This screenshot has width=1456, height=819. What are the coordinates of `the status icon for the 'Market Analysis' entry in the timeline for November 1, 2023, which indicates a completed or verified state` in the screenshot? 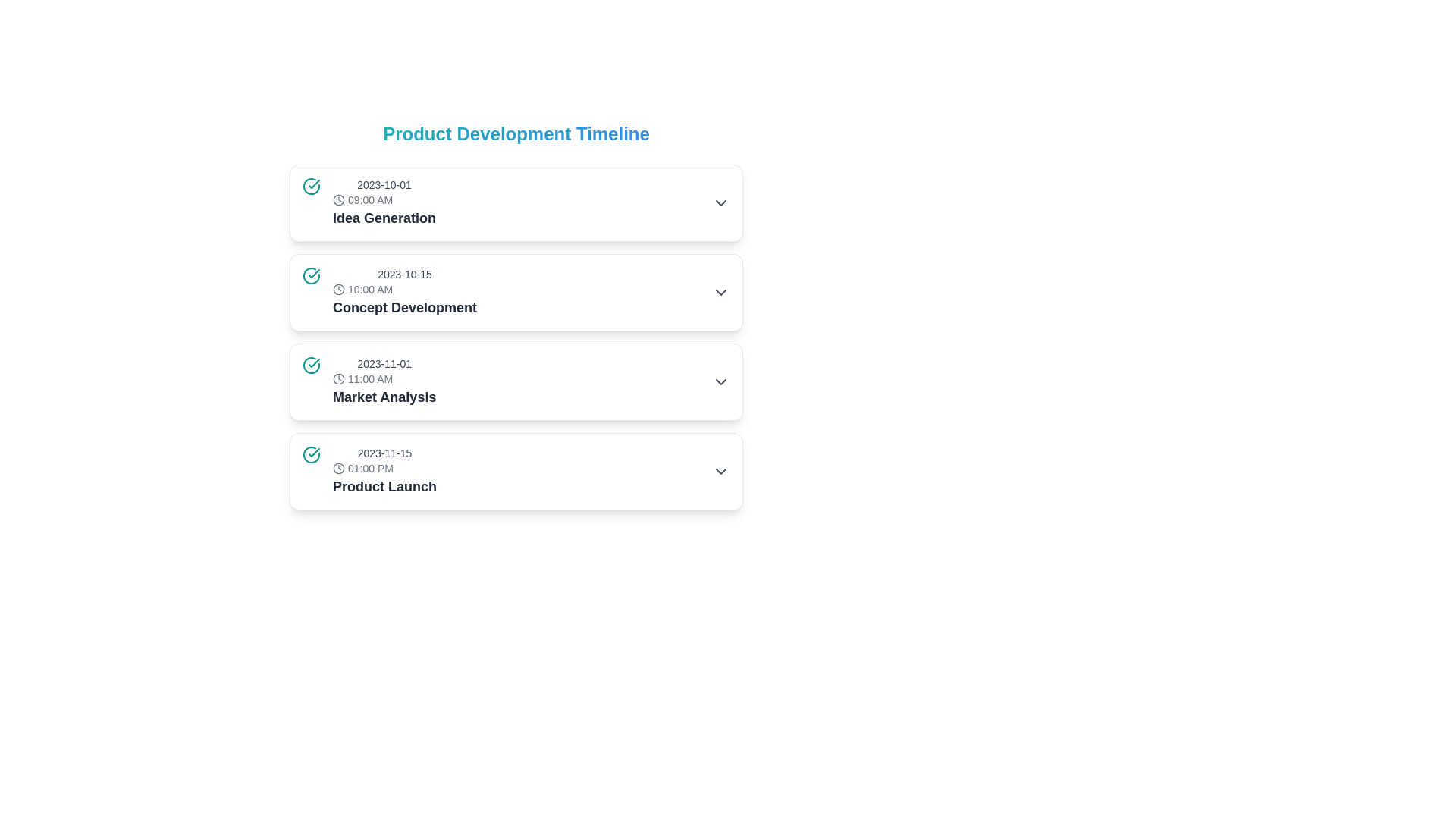 It's located at (311, 366).